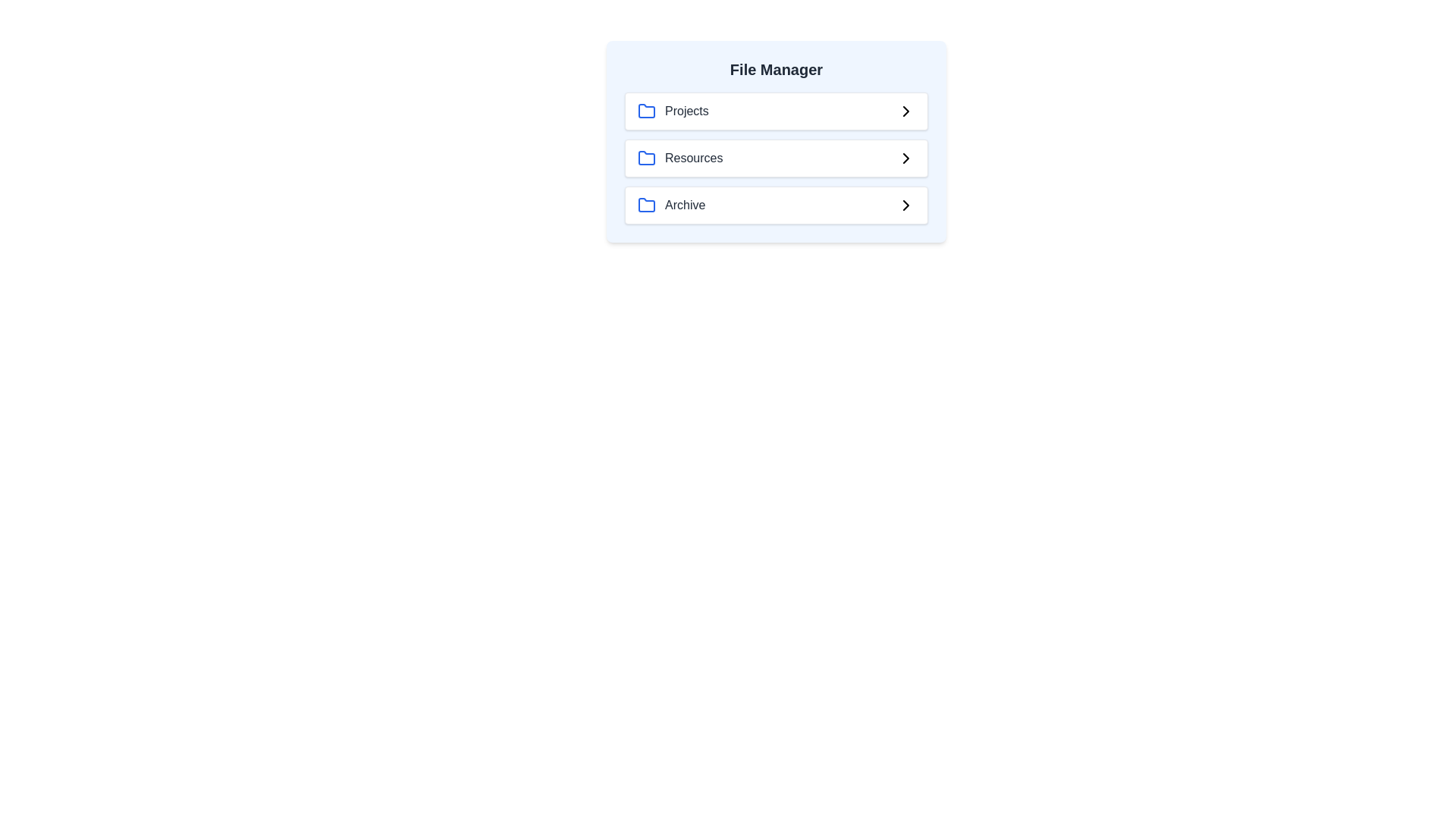 Image resolution: width=1456 pixels, height=819 pixels. Describe the element at coordinates (906, 110) in the screenshot. I see `the chevron icon, which is a small triangular shape pointing` at that location.